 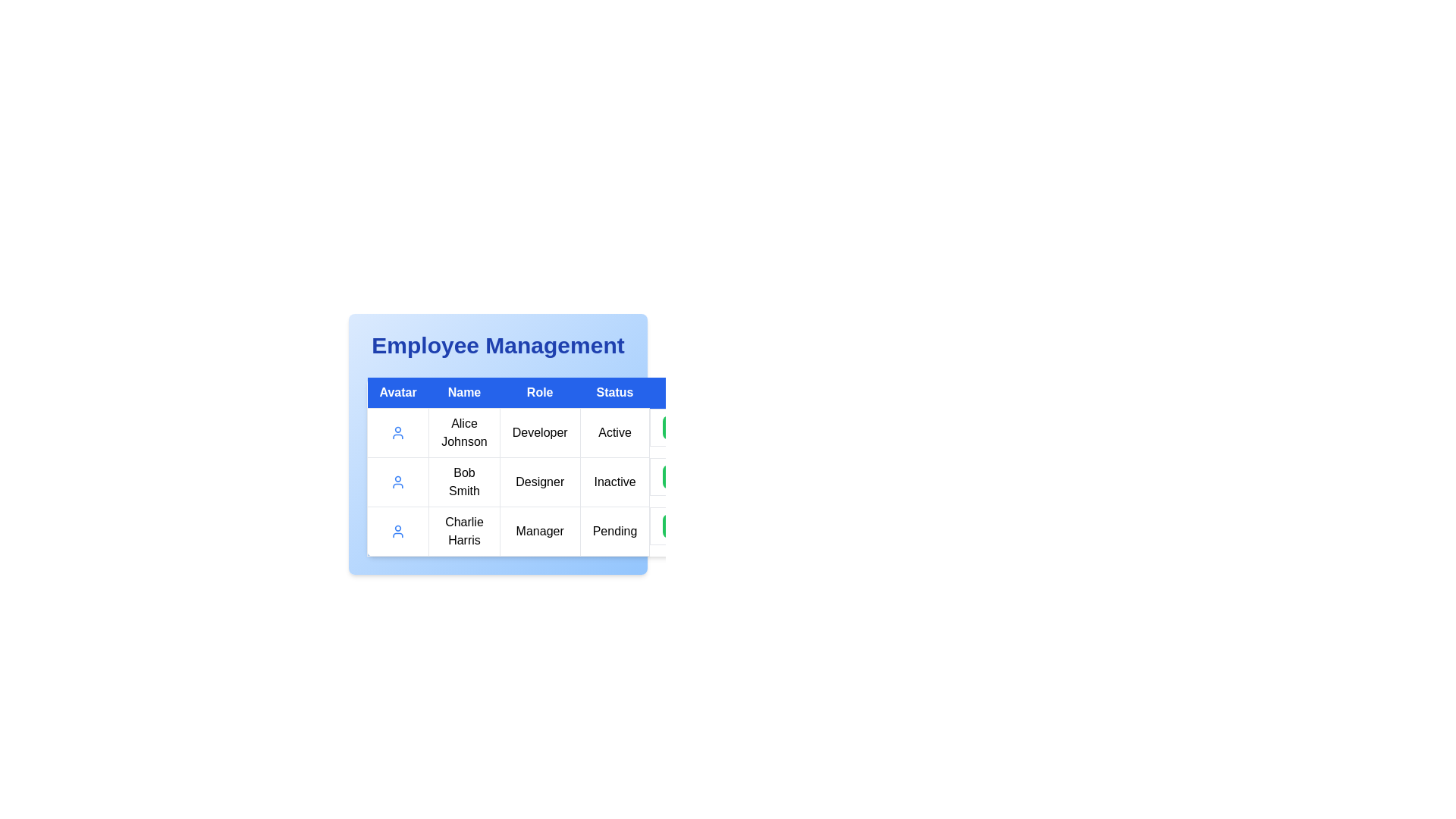 What do you see at coordinates (615, 482) in the screenshot?
I see `status 'Inactive' displayed in the rectangular text box located in the second row, fourth column of the 'Employee Management' table` at bounding box center [615, 482].